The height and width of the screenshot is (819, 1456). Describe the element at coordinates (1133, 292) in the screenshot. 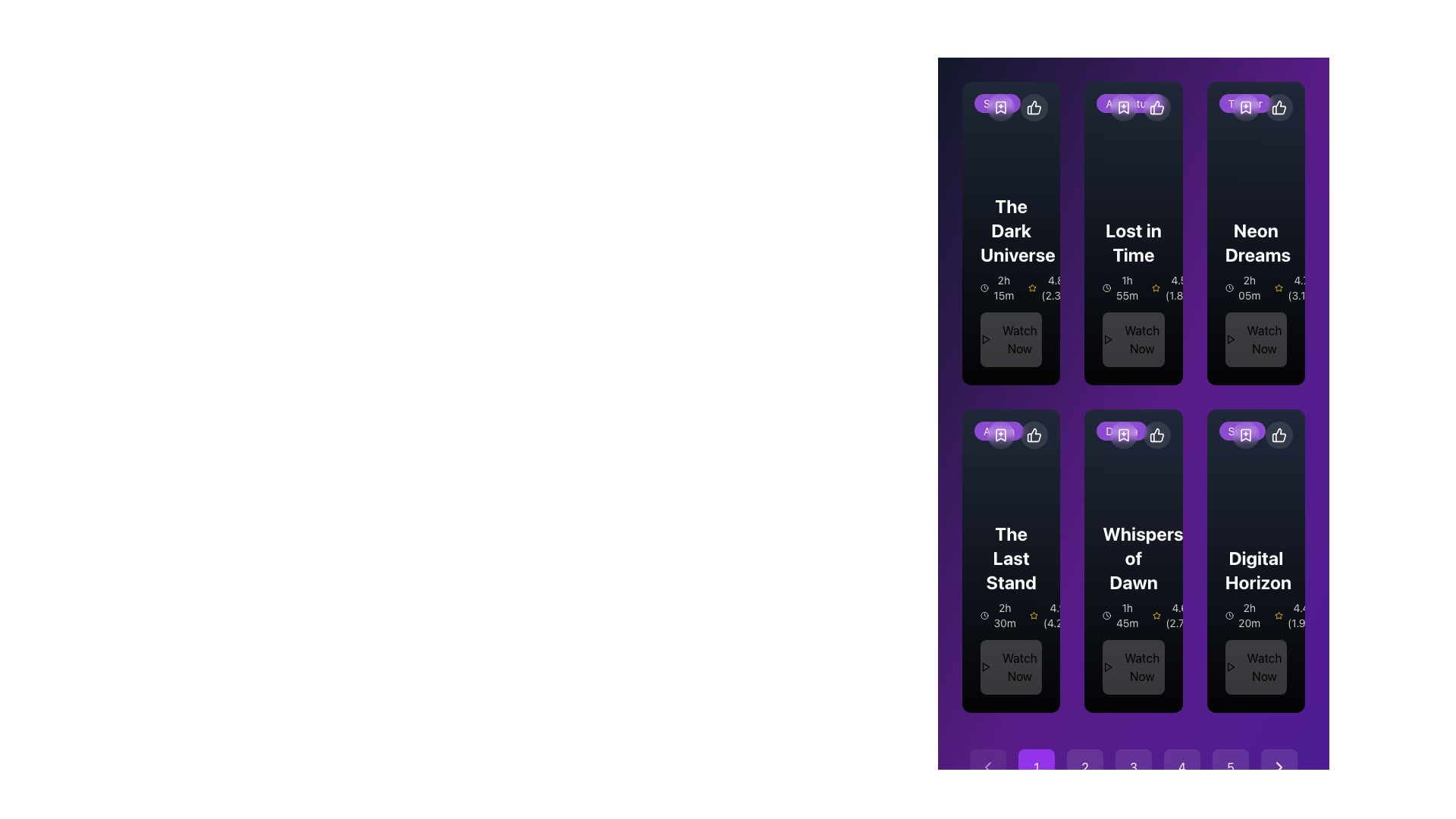

I see `movie information displayed on the card for 'Lost in Time' which includes the title, duration, and rating` at that location.